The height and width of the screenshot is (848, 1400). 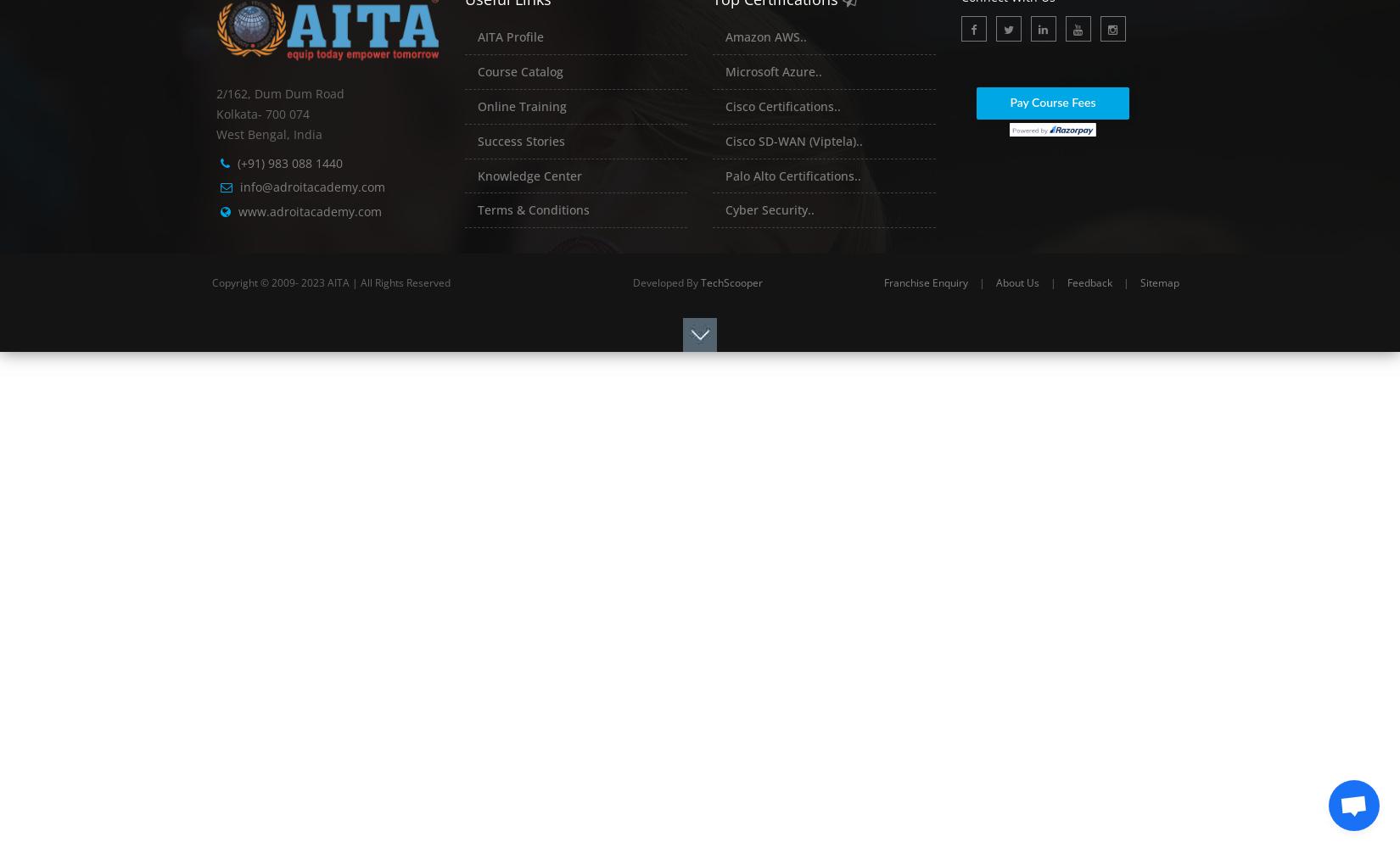 I want to click on 'Feedback', so click(x=1089, y=282).